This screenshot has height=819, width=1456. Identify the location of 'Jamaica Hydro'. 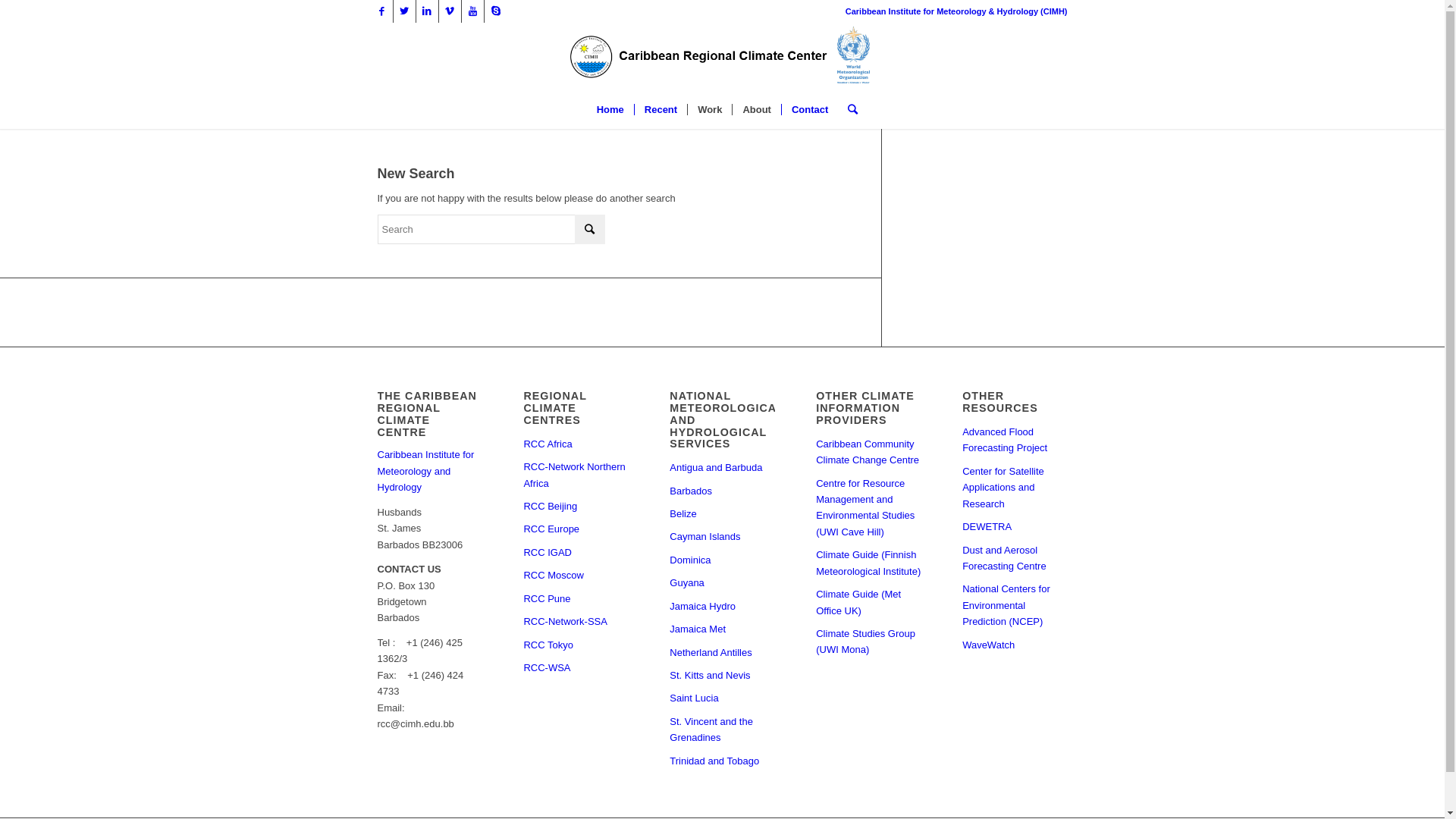
(720, 605).